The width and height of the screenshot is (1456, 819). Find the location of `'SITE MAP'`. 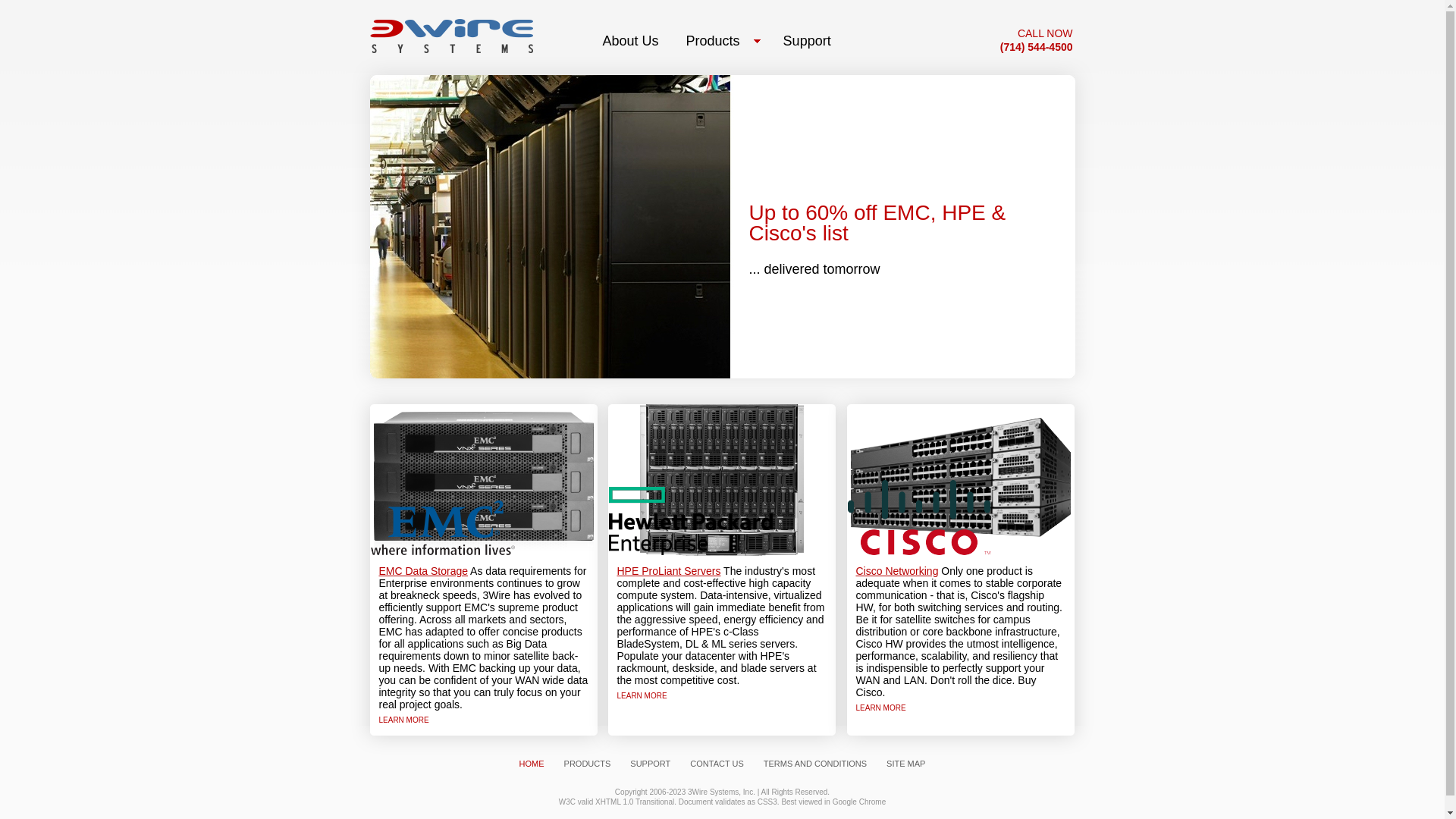

'SITE MAP' is located at coordinates (905, 763).